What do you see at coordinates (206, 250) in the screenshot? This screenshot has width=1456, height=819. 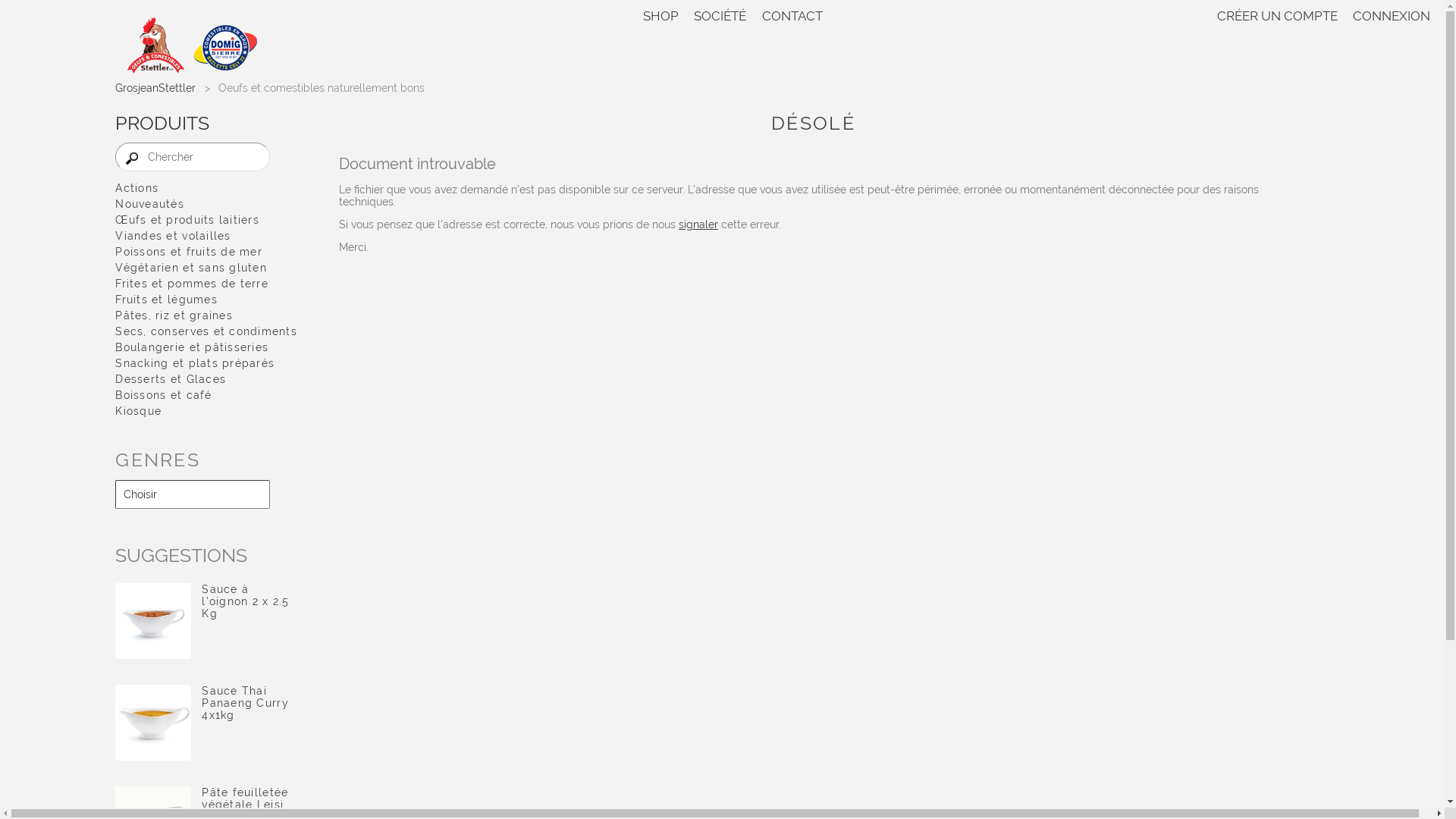 I see `'Poissons et fruits de mer'` at bounding box center [206, 250].